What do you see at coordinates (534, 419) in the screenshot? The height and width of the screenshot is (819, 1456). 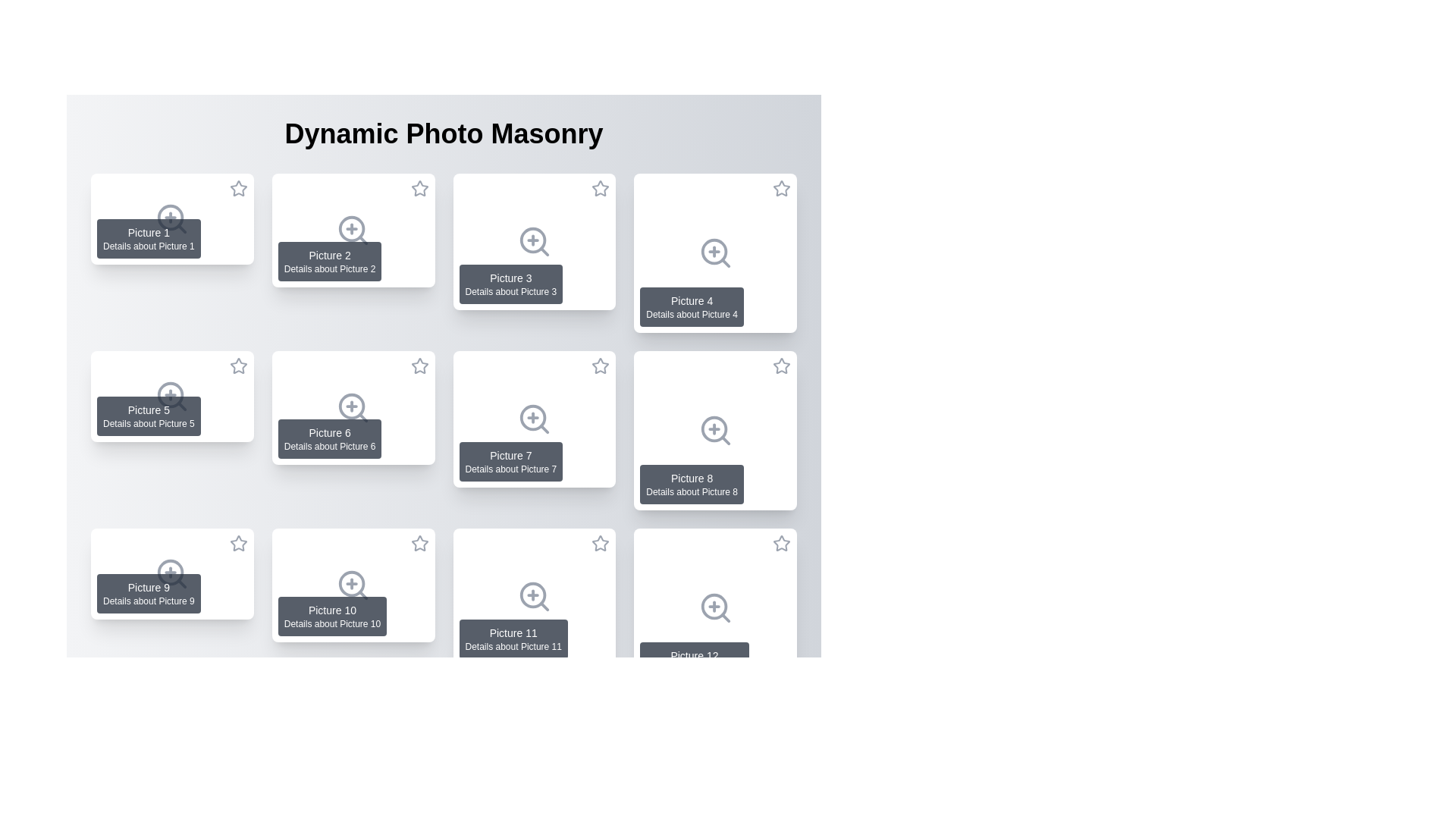 I see `the magnifying glass icon with a plus symbol, which is located within the card labeled 'Picture 7'` at bounding box center [534, 419].